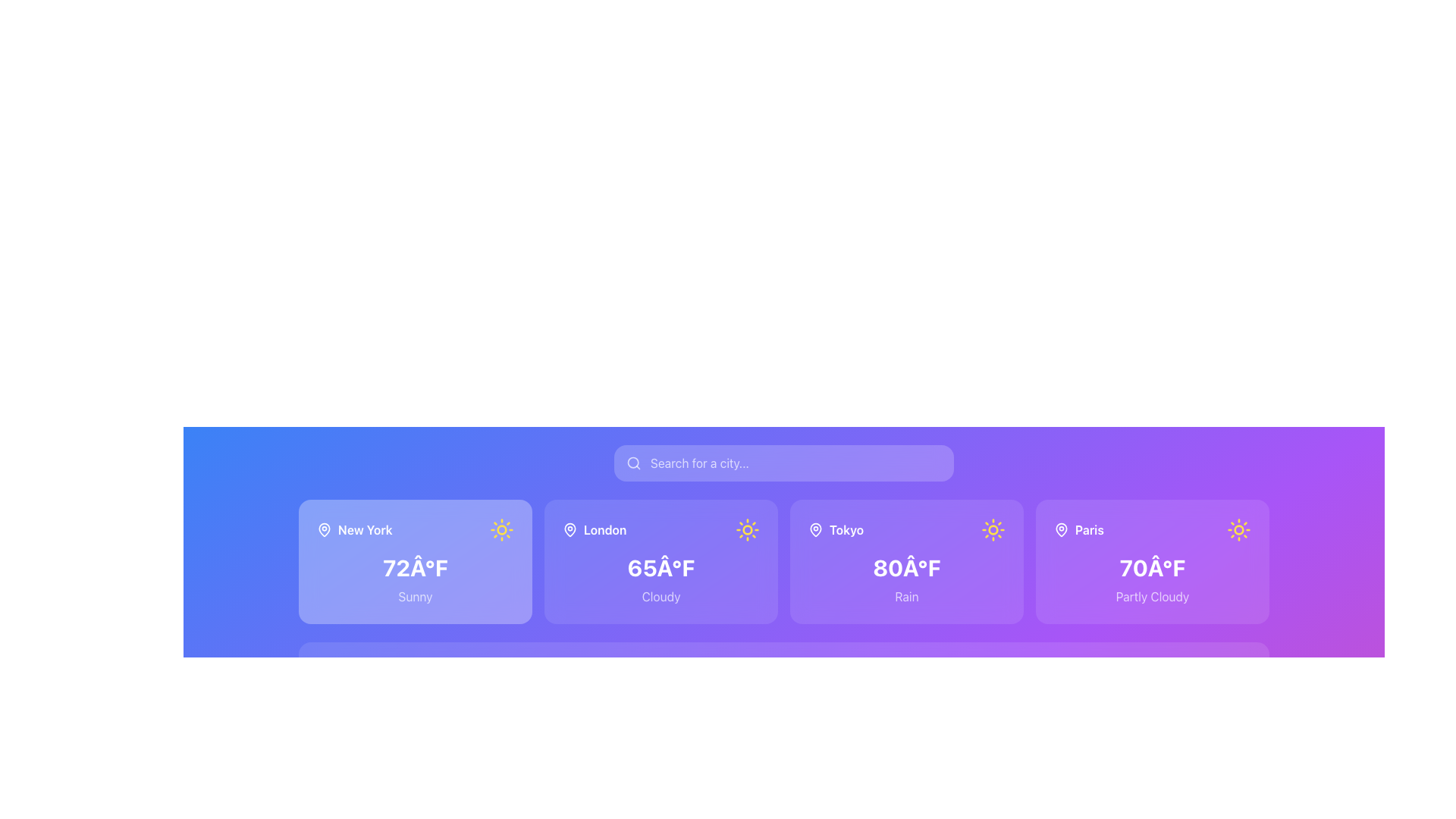 This screenshot has width=1456, height=819. What do you see at coordinates (594, 529) in the screenshot?
I see `the text label that indicates the location 'London' on the second card from the left in the weather interface` at bounding box center [594, 529].